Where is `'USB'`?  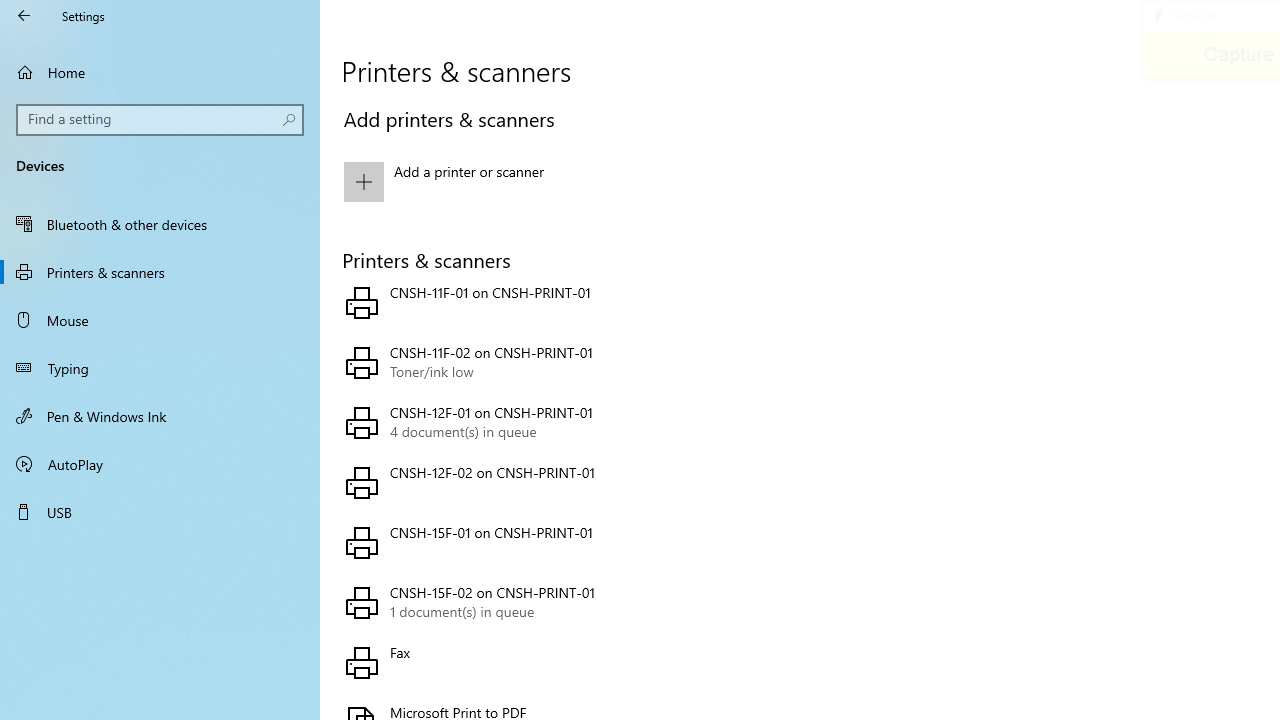
'USB' is located at coordinates (160, 510).